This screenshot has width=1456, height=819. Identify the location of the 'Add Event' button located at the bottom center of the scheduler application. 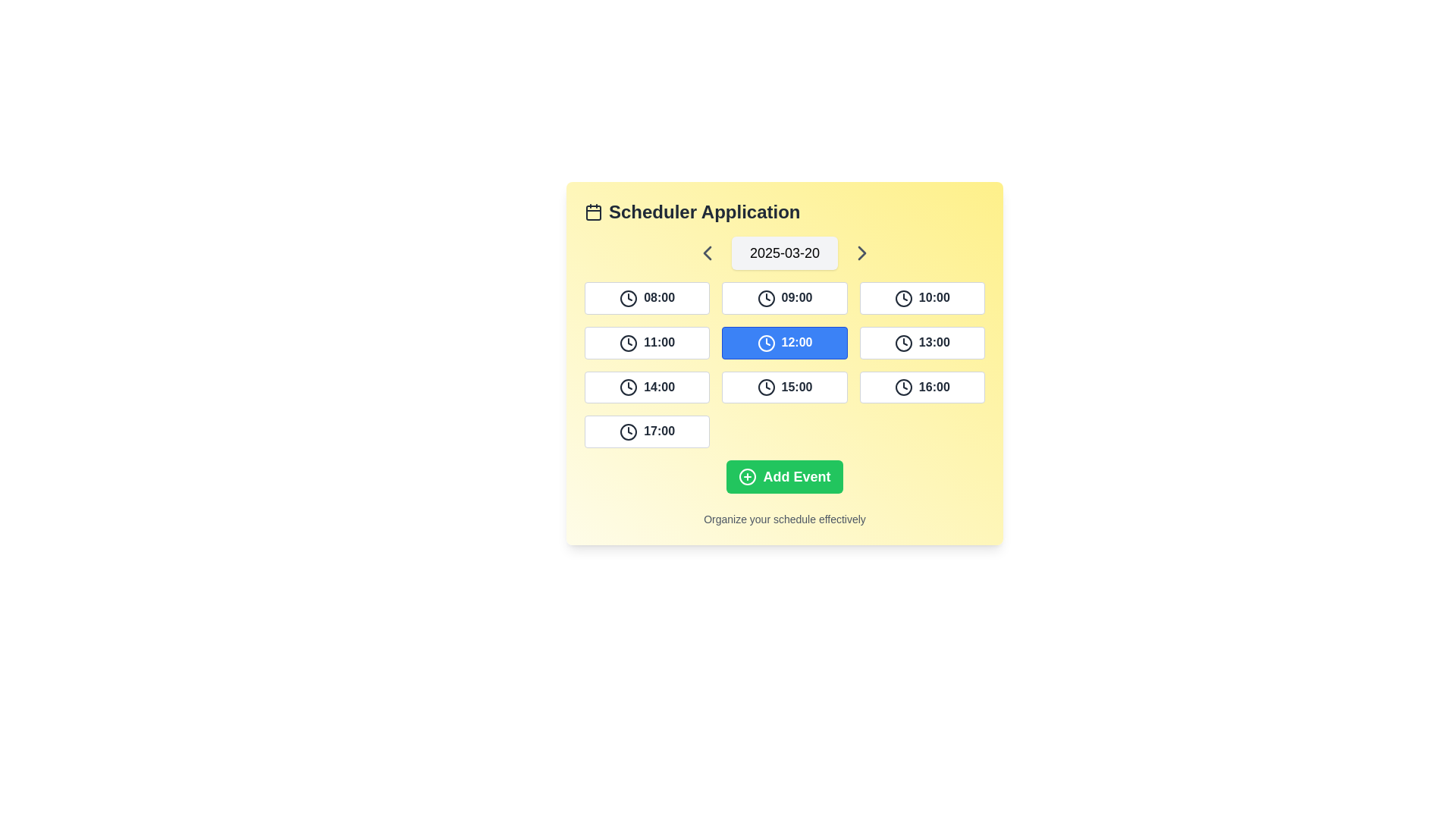
(785, 476).